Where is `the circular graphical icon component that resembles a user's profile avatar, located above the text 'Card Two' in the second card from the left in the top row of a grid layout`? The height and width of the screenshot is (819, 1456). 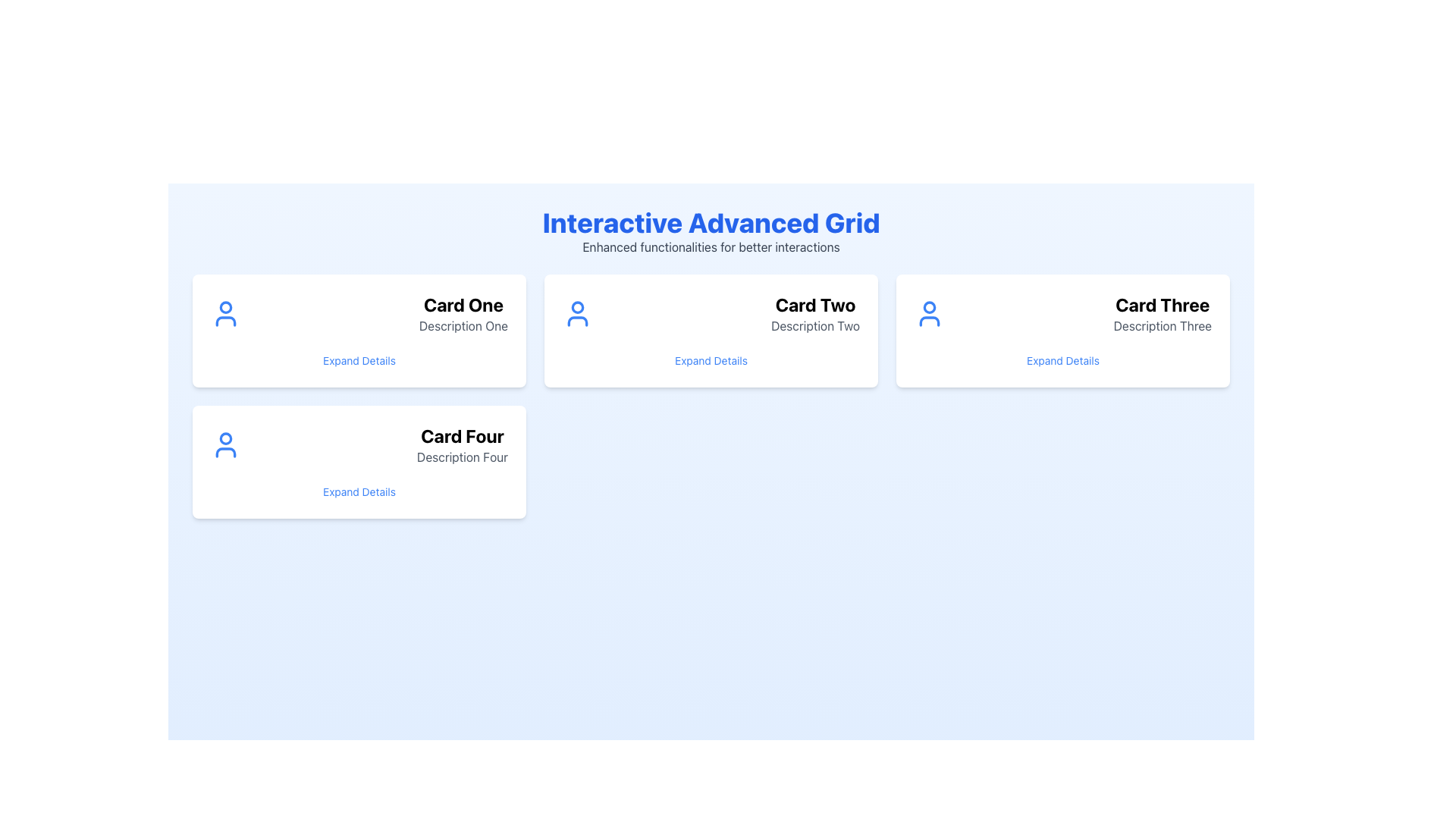
the circular graphical icon component that resembles a user's profile avatar, located above the text 'Card Two' in the second card from the left in the top row of a grid layout is located at coordinates (577, 307).